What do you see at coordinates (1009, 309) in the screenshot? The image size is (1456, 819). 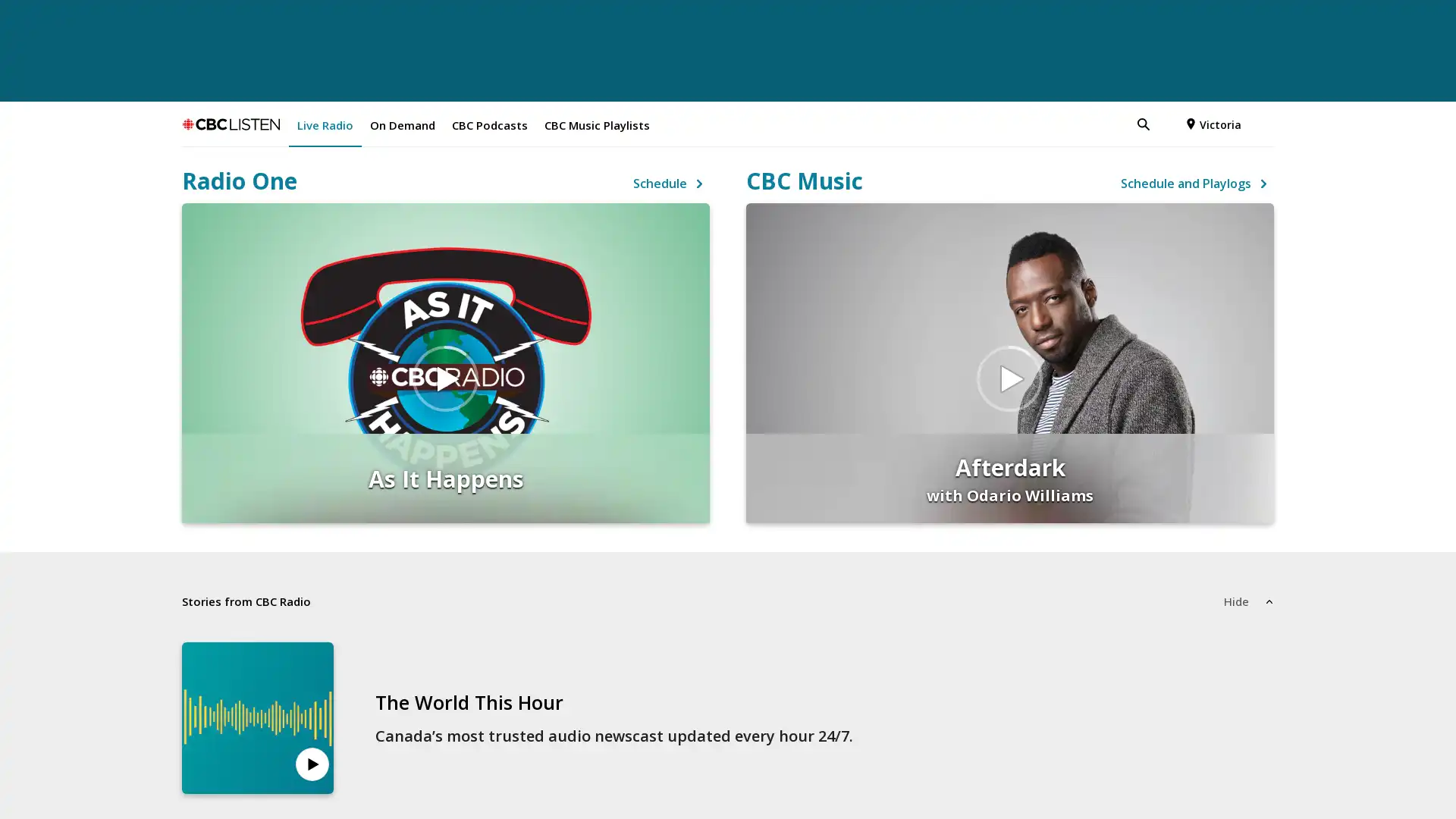 I see `Play CBC Music` at bounding box center [1009, 309].